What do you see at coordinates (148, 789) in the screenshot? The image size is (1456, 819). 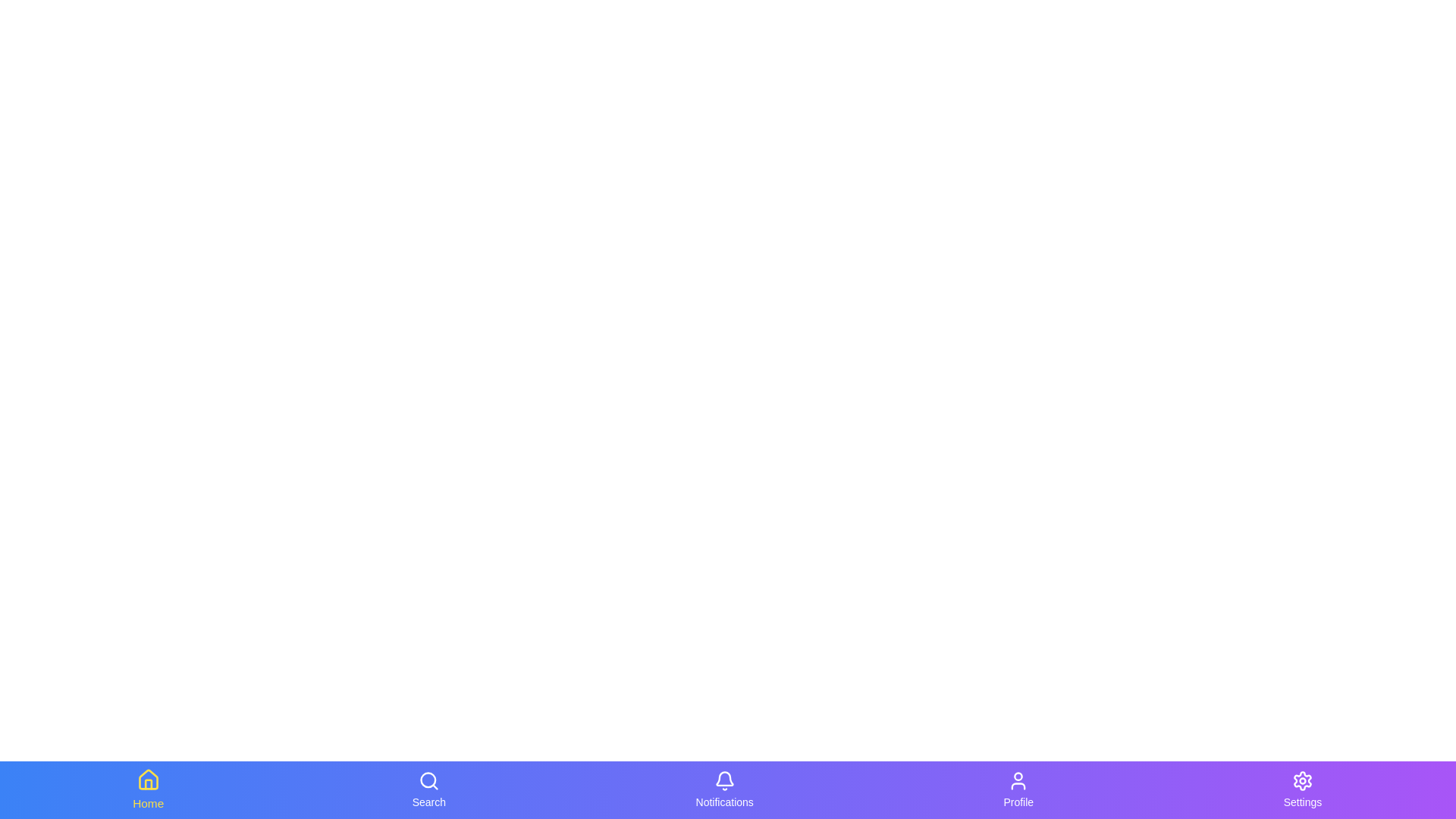 I see `the Home navigation tab` at bounding box center [148, 789].